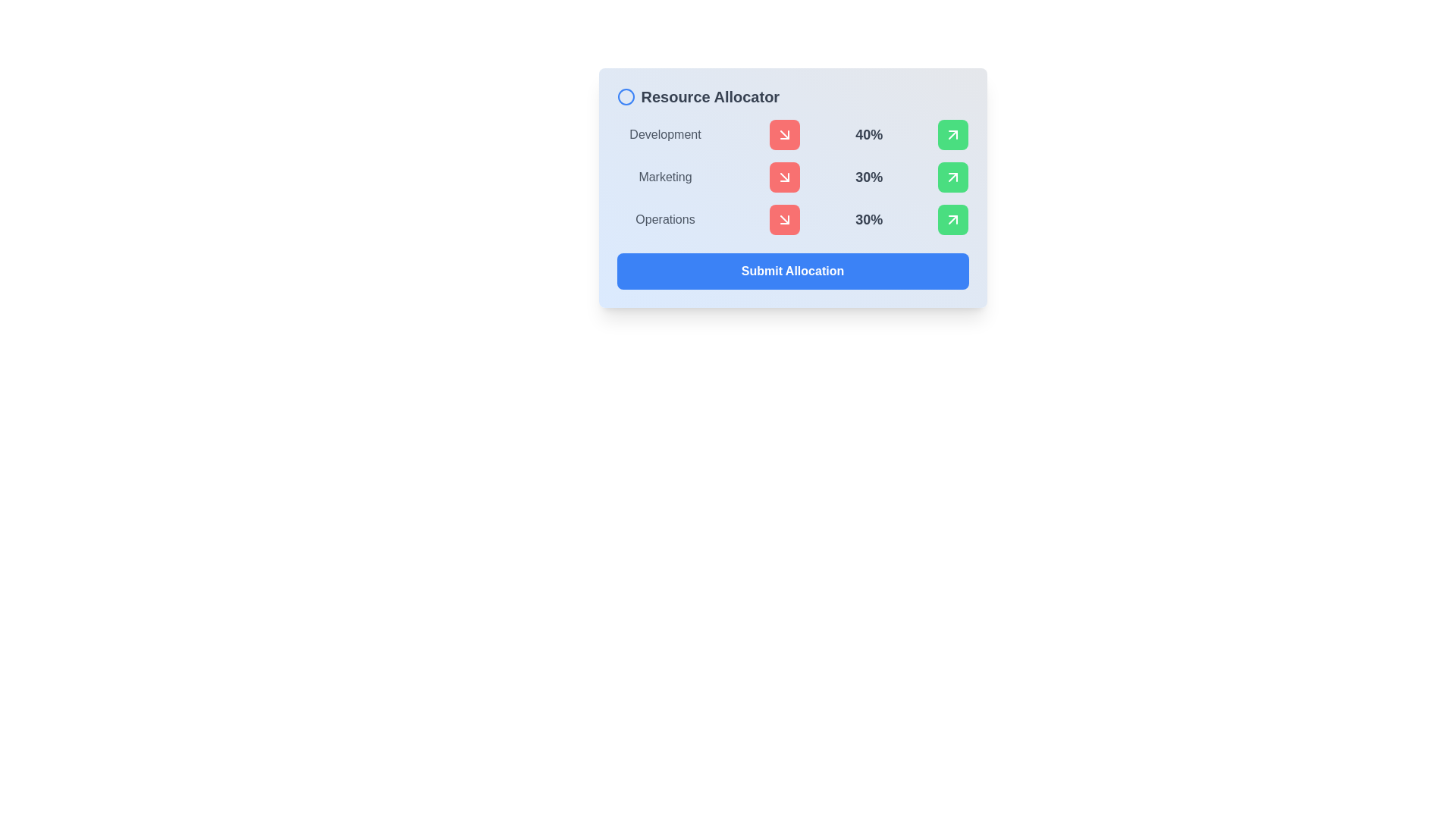  Describe the element at coordinates (665, 177) in the screenshot. I see `the 'Marketing' text label, which indicates the resource category in the allocation layout and is positioned under the 'Resource Allocator' header` at that location.